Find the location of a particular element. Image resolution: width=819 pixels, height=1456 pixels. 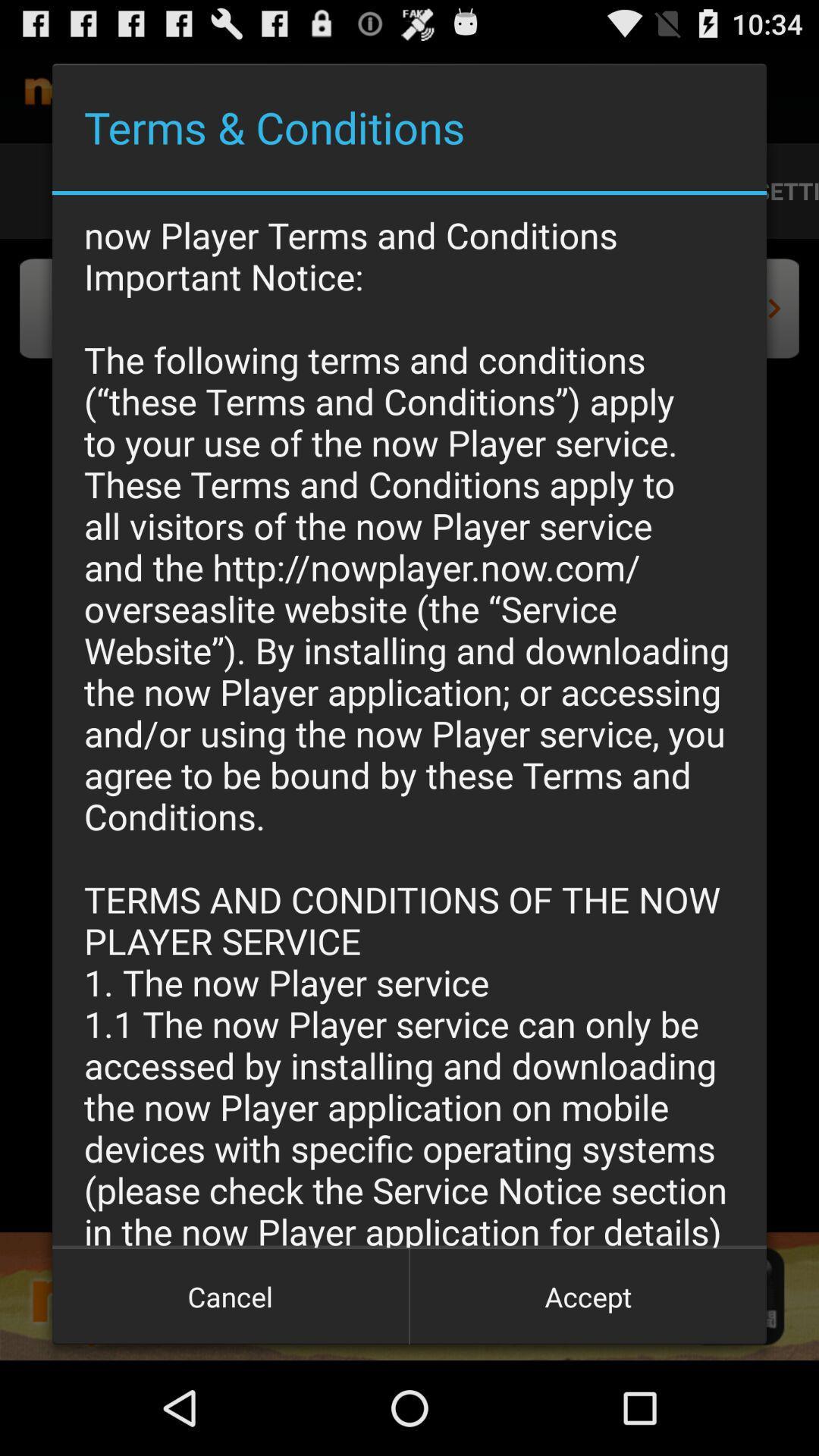

icon at the bottom left corner is located at coordinates (231, 1295).